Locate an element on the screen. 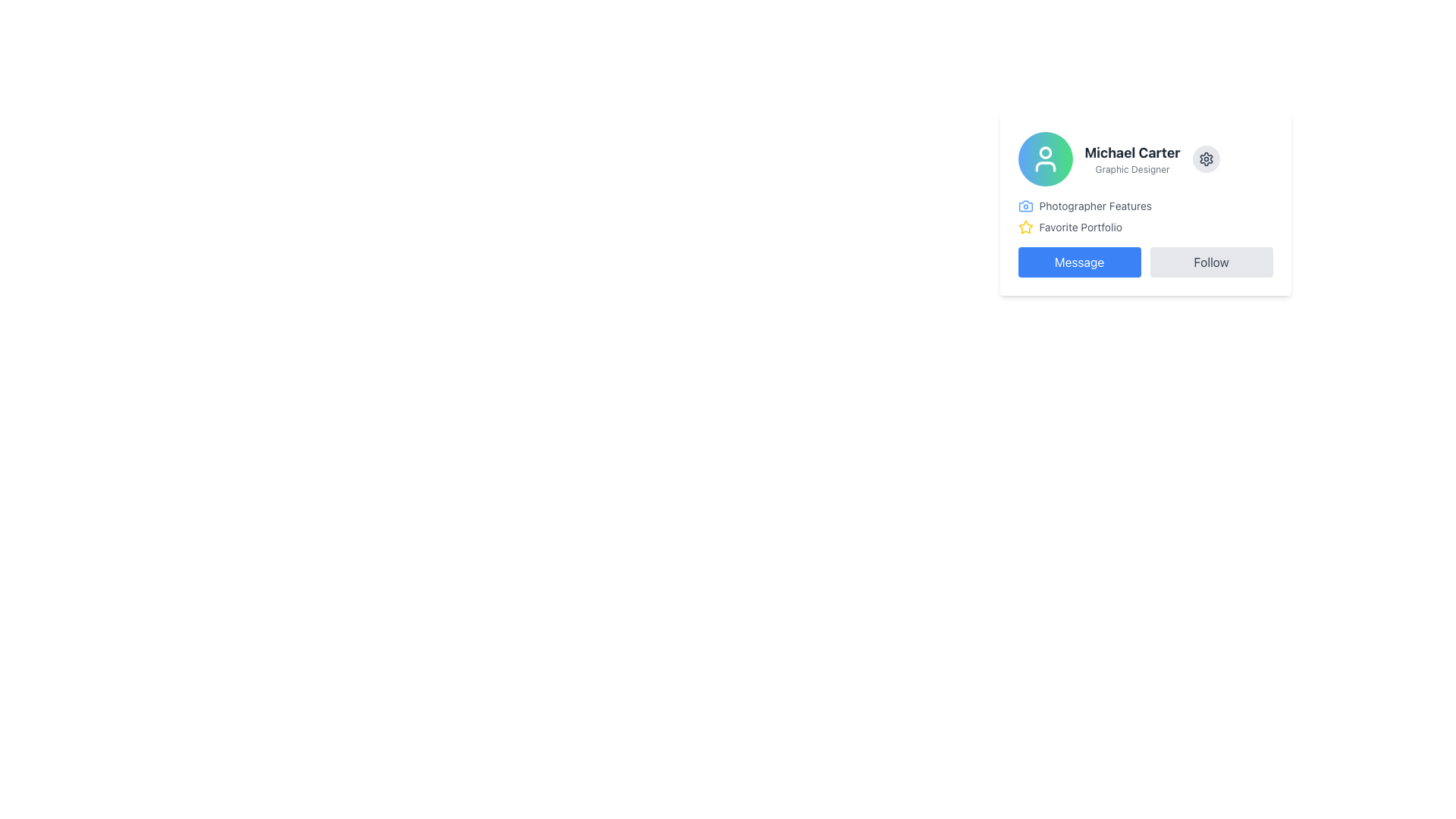 The width and height of the screenshot is (1456, 819). the favorite indicator icon located to the left of the 'Favorite Portfolio' text in the profile card is located at coordinates (1025, 227).